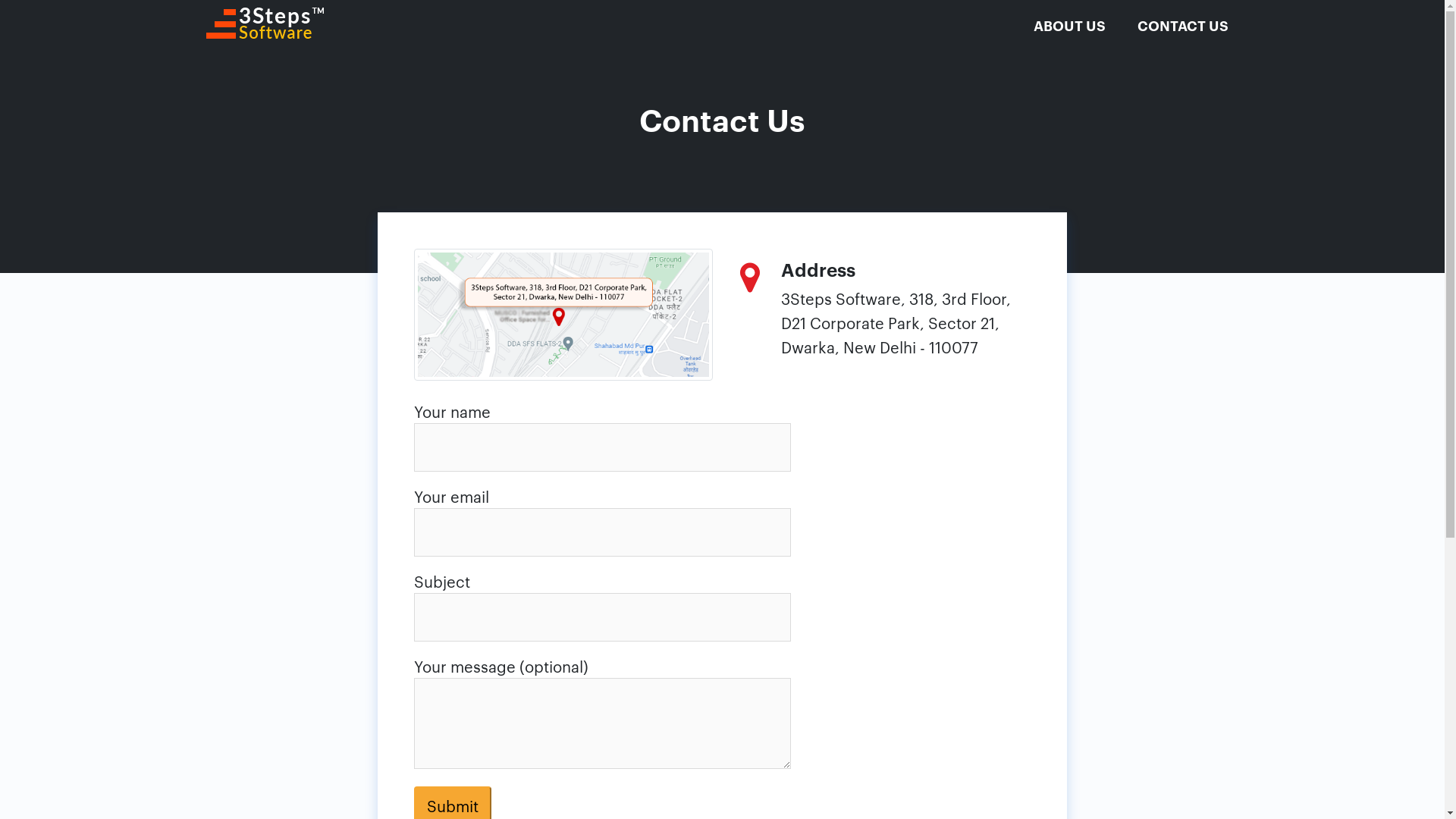 This screenshot has width=1456, height=819. Describe the element at coordinates (1125, 25) in the screenshot. I see `'CONTACT US'` at that location.